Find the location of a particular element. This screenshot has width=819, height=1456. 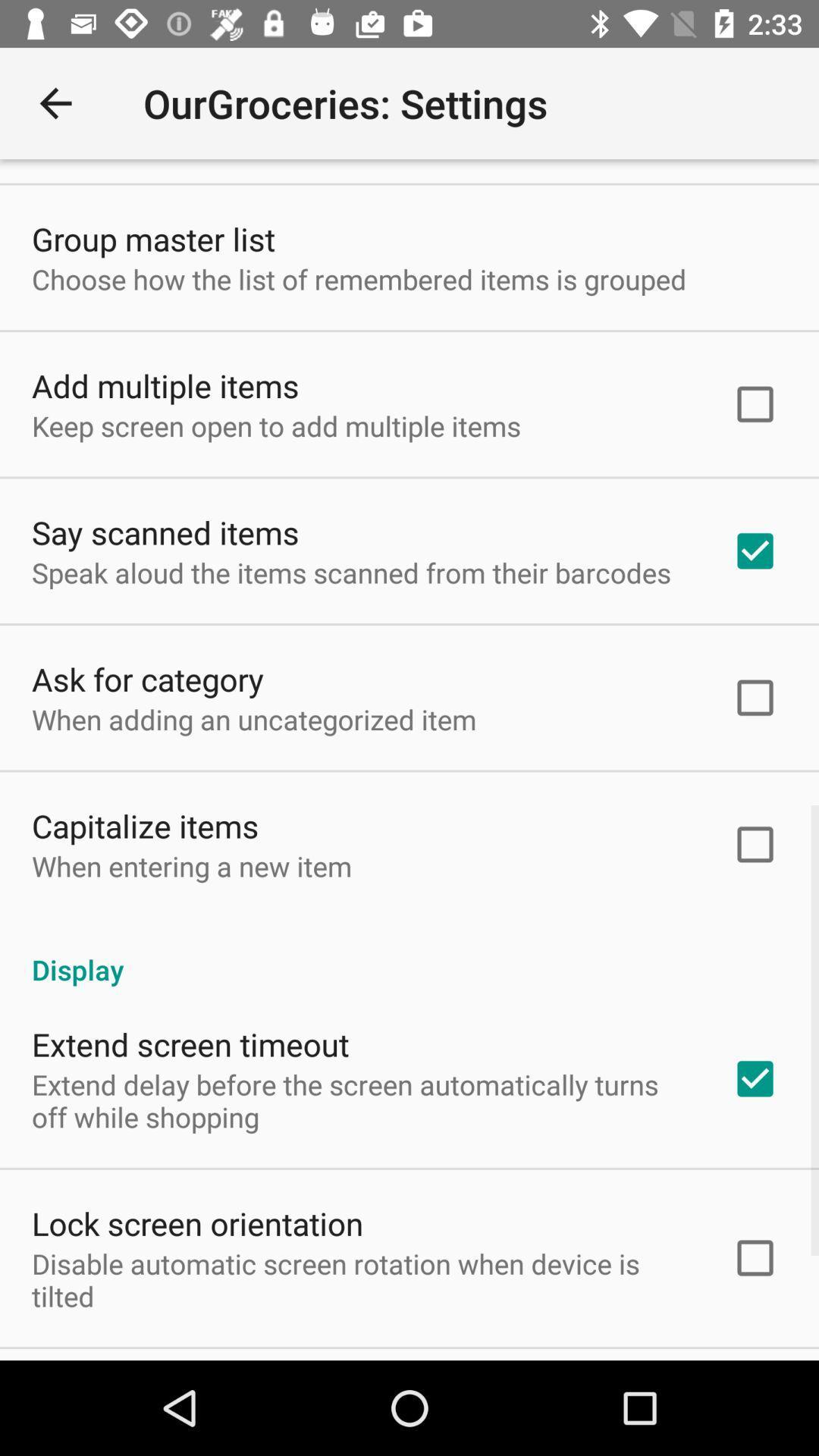

when adding an is located at coordinates (253, 718).